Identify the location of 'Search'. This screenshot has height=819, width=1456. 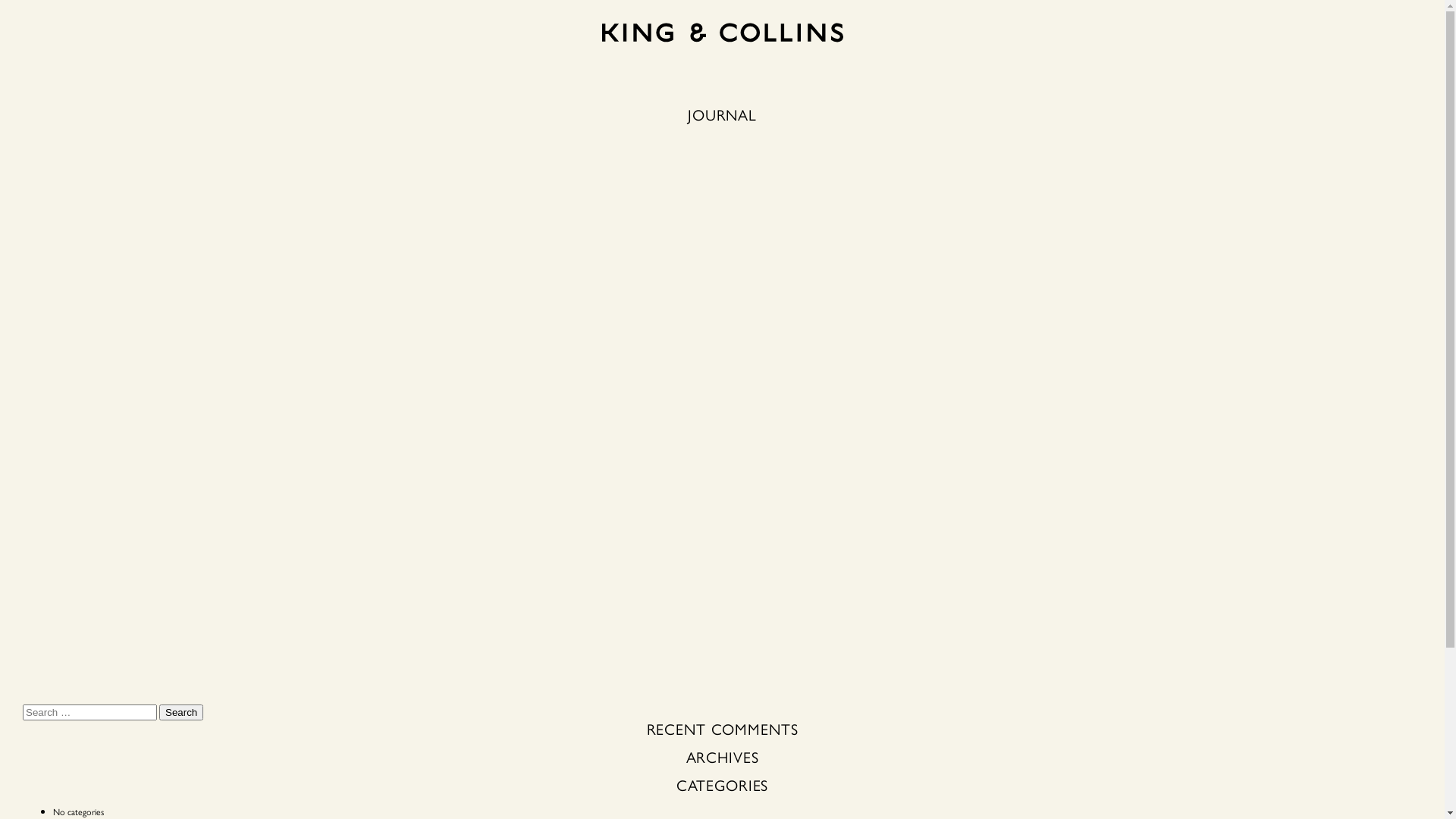
(159, 712).